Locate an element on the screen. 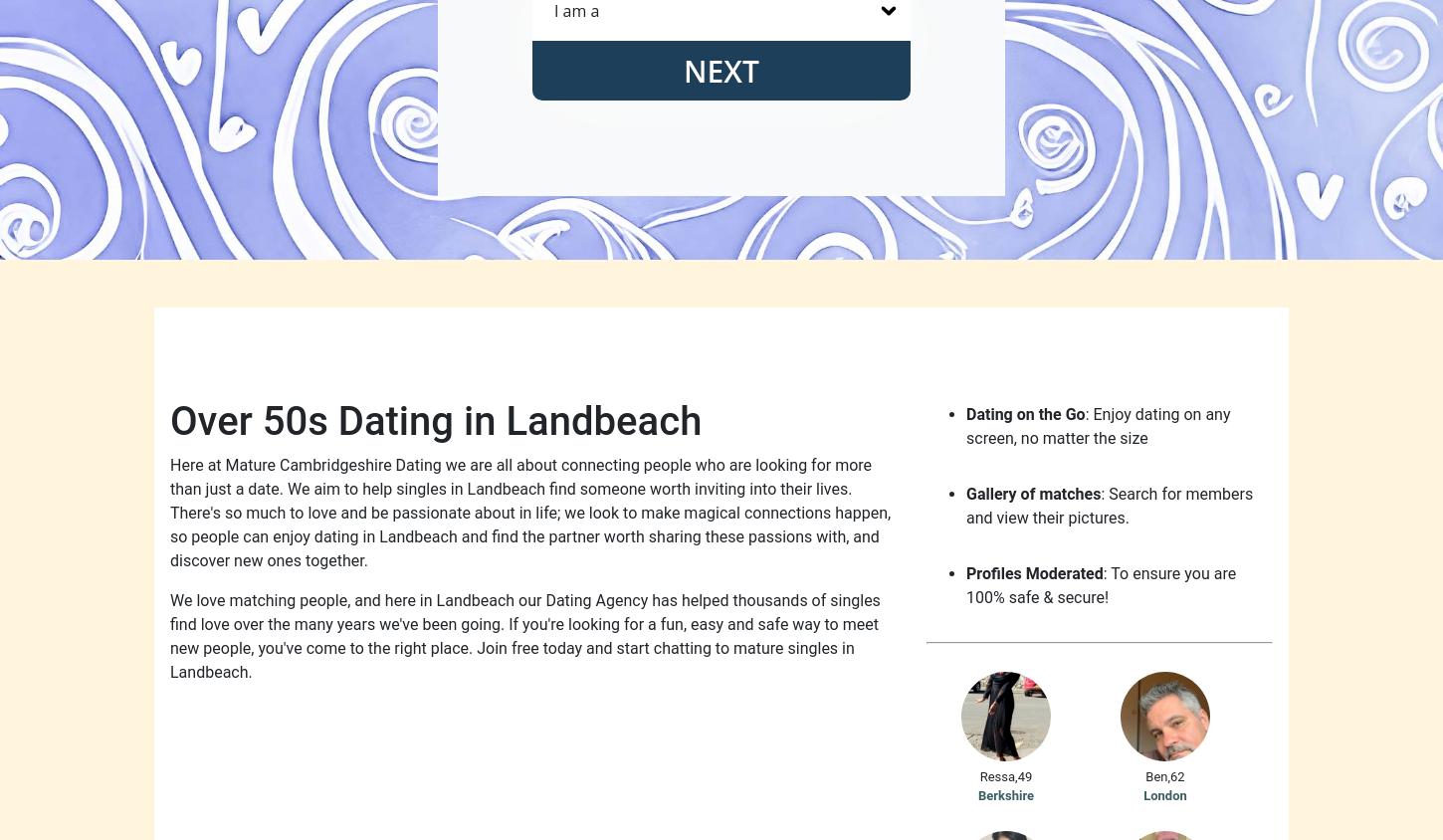  'Dating on the Go' is located at coordinates (966, 414).